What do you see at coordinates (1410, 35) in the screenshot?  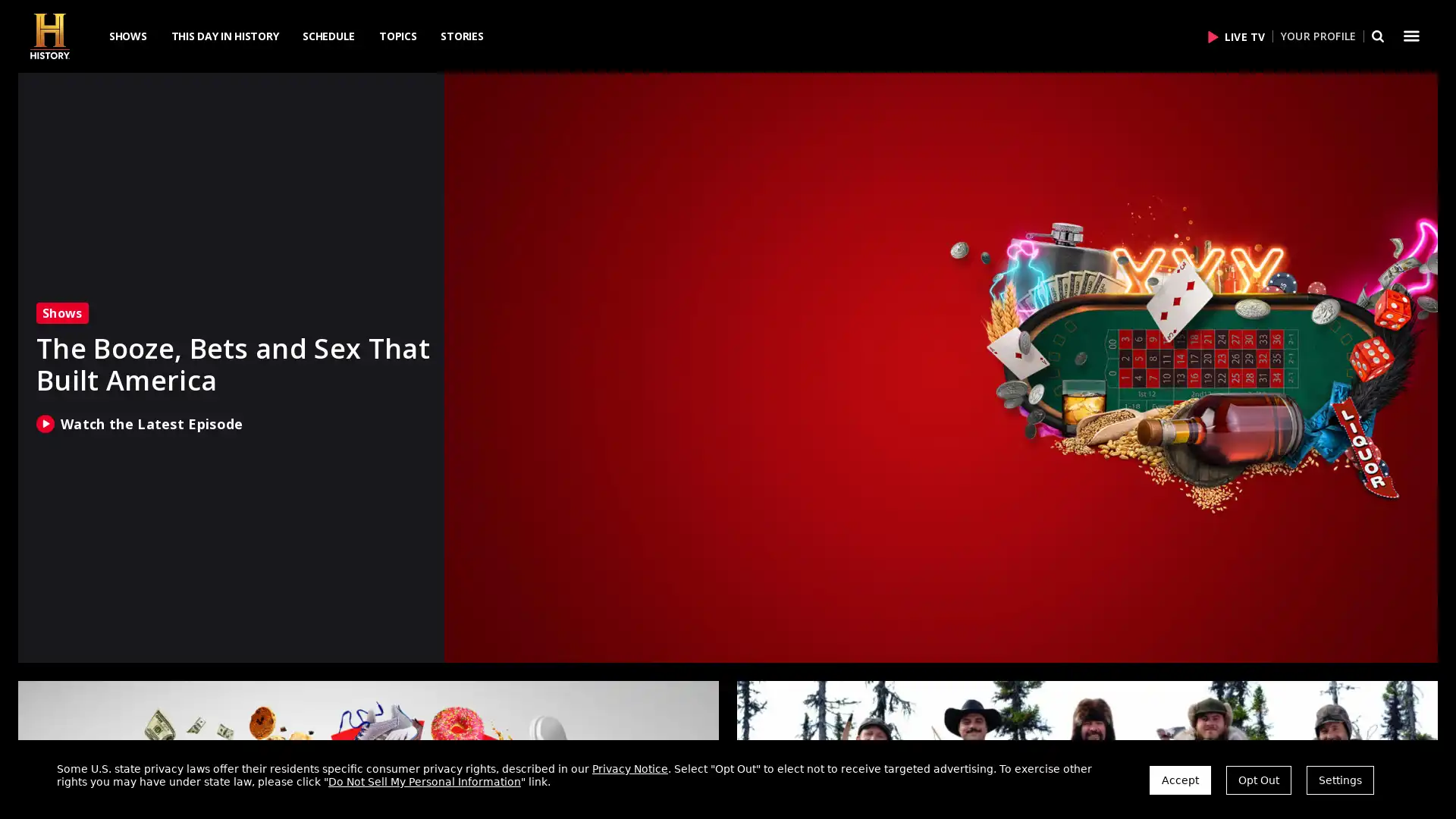 I see `Dropdown menu` at bounding box center [1410, 35].